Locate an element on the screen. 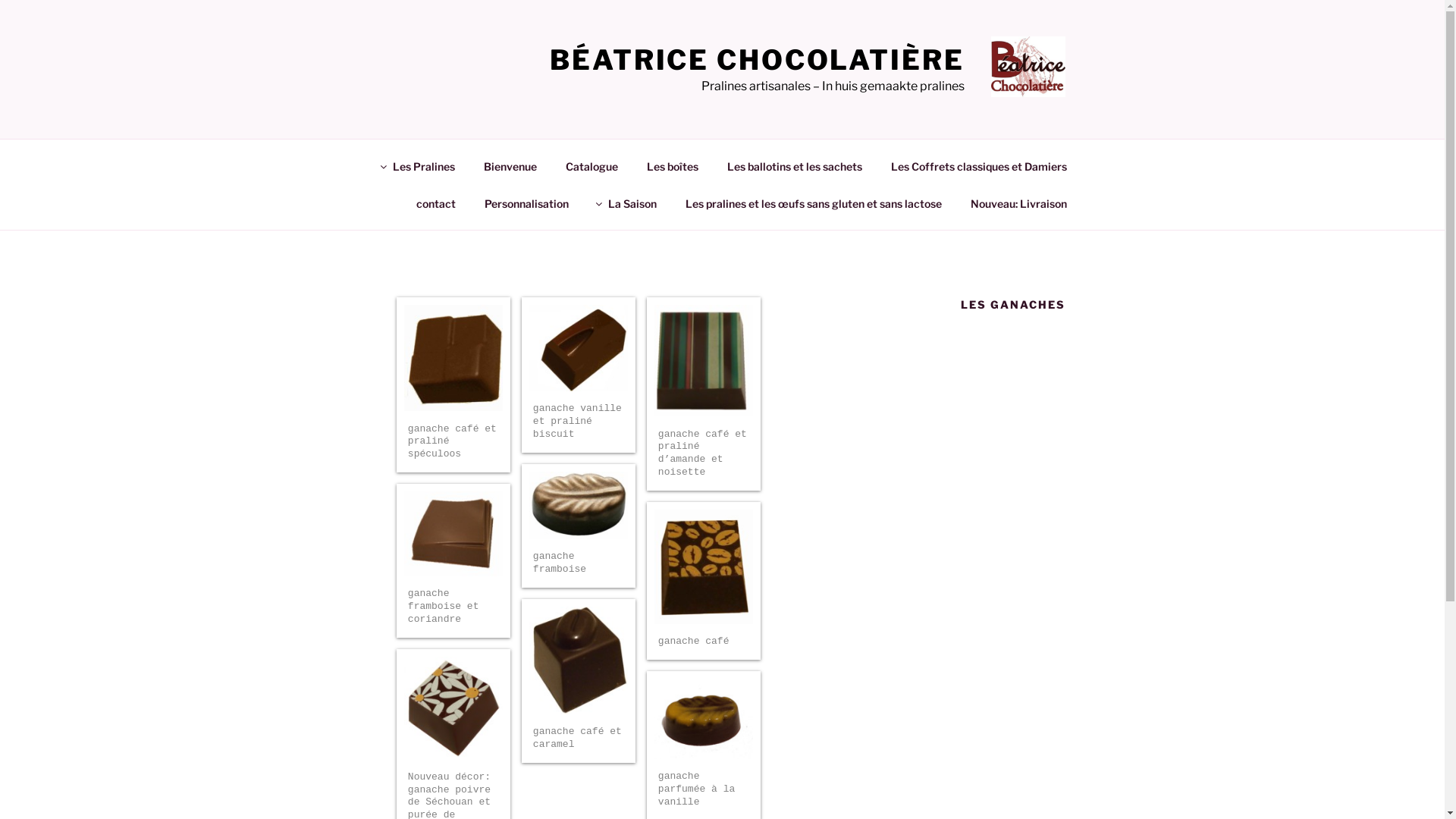  'Les Pralines' is located at coordinates (418, 165).